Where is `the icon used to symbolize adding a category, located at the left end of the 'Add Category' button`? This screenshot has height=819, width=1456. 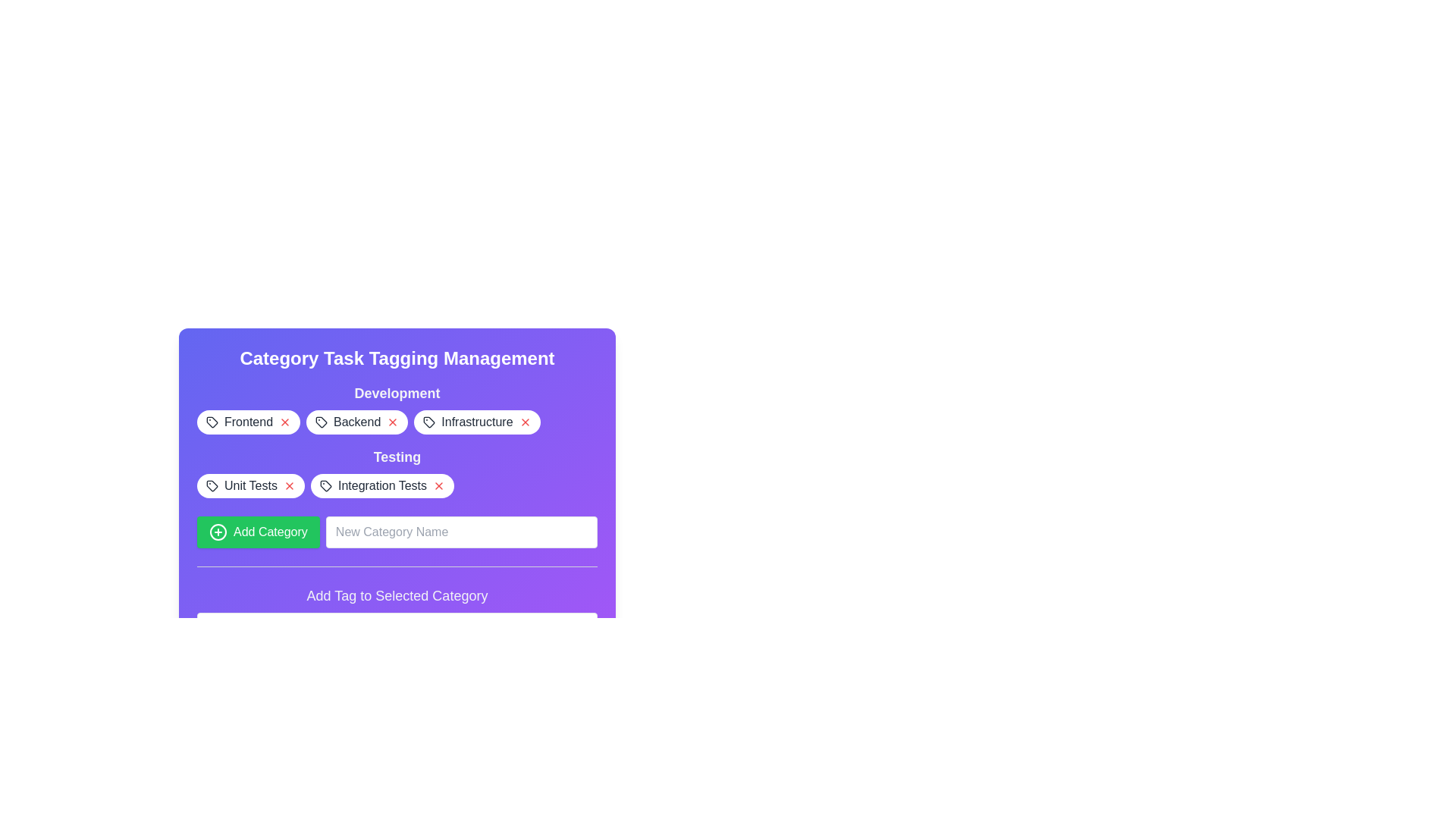
the icon used to symbolize adding a category, located at the left end of the 'Add Category' button is located at coordinates (218, 532).